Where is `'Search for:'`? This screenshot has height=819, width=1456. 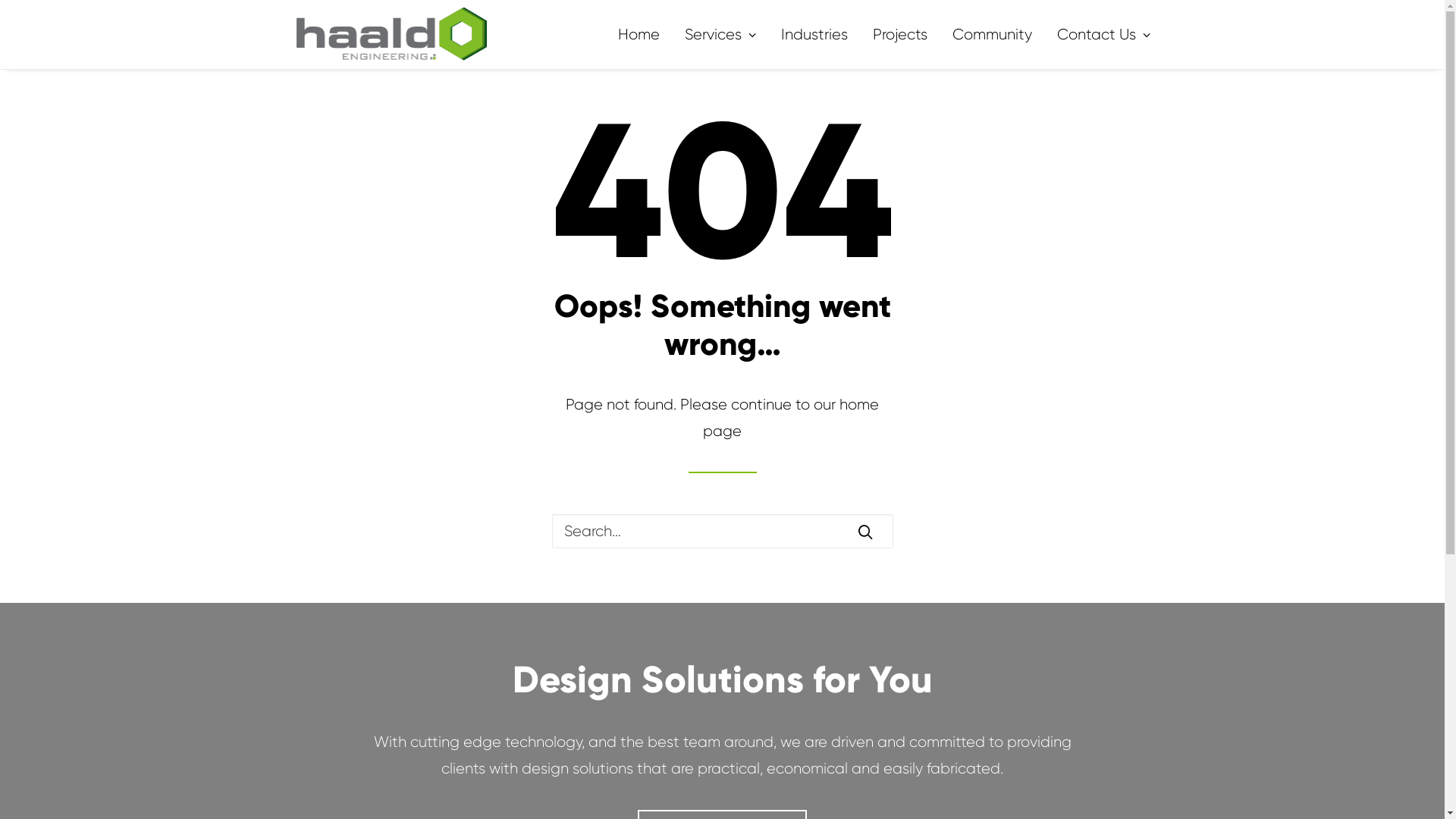 'Search for:' is located at coordinates (722, 530).